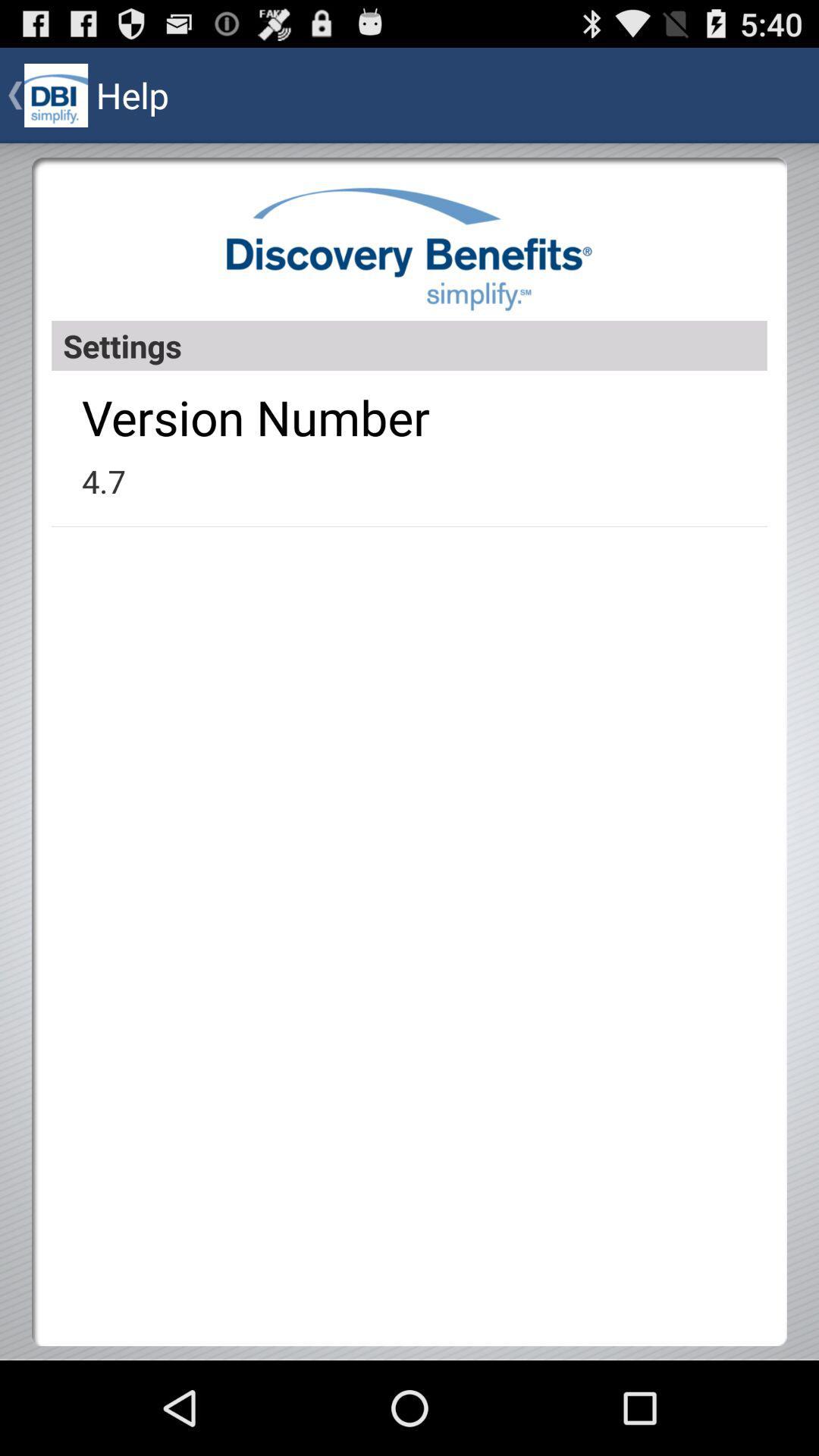 Image resolution: width=819 pixels, height=1456 pixels. I want to click on item above version number app, so click(409, 345).